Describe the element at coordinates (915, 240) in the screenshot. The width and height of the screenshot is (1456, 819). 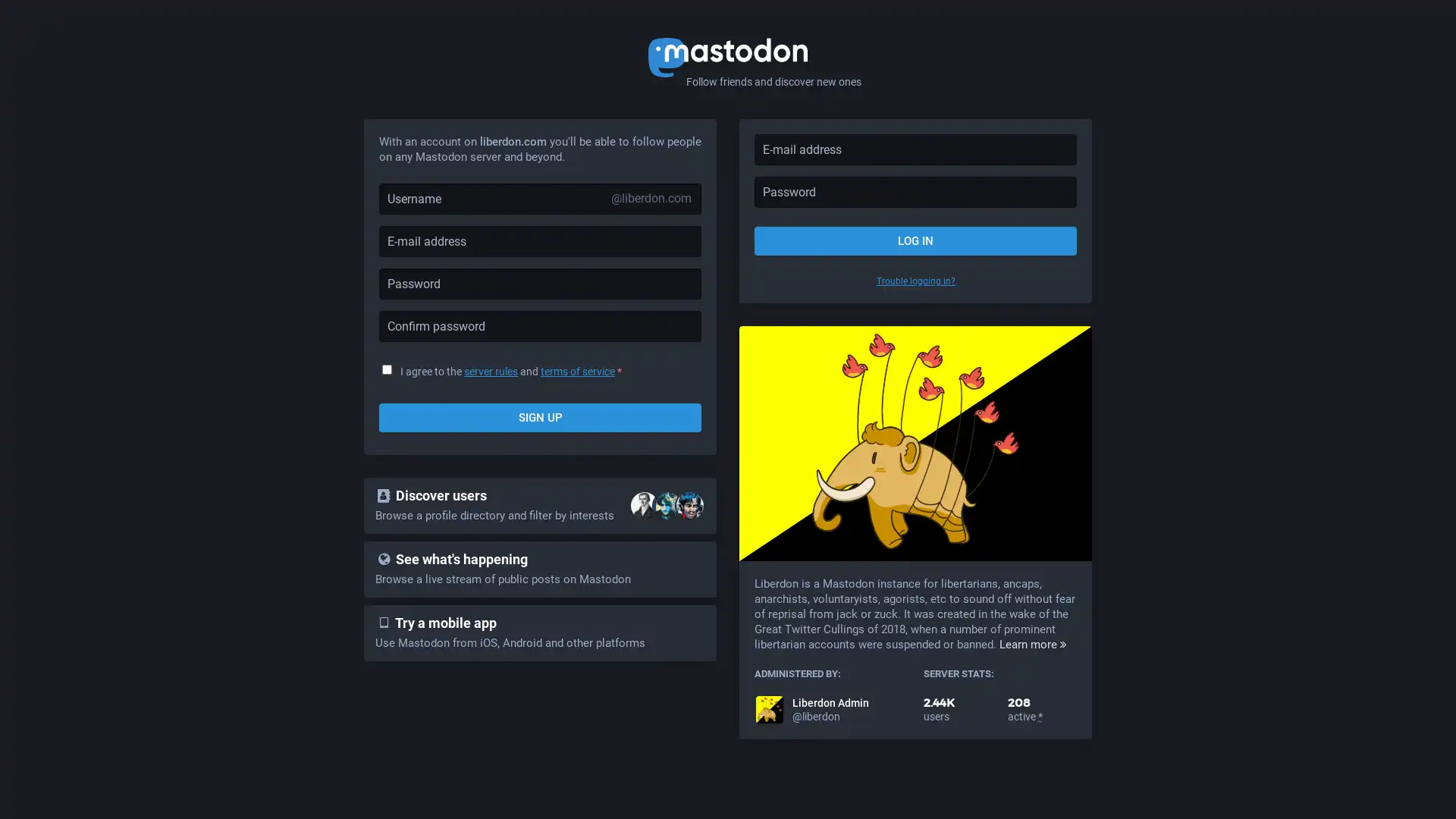
I see `LOG IN` at that location.